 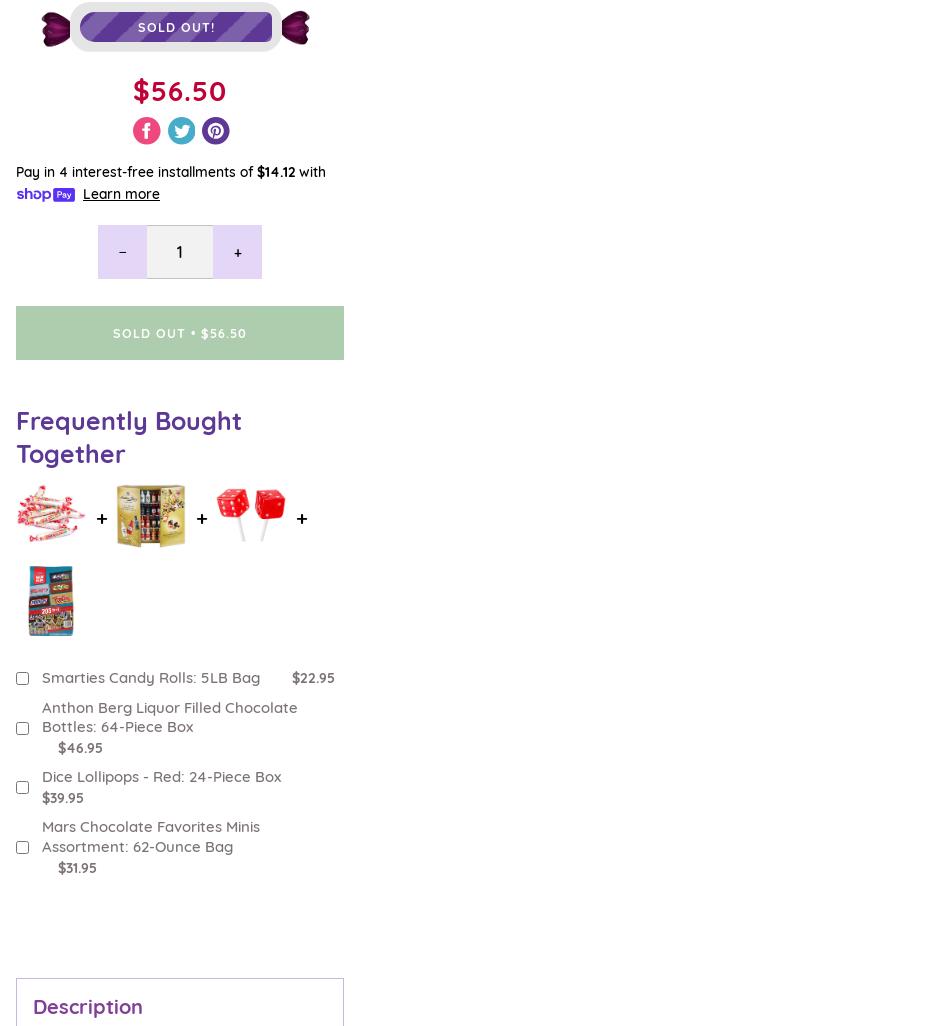 I want to click on 'Come Visit Us', so click(x=60, y=750).